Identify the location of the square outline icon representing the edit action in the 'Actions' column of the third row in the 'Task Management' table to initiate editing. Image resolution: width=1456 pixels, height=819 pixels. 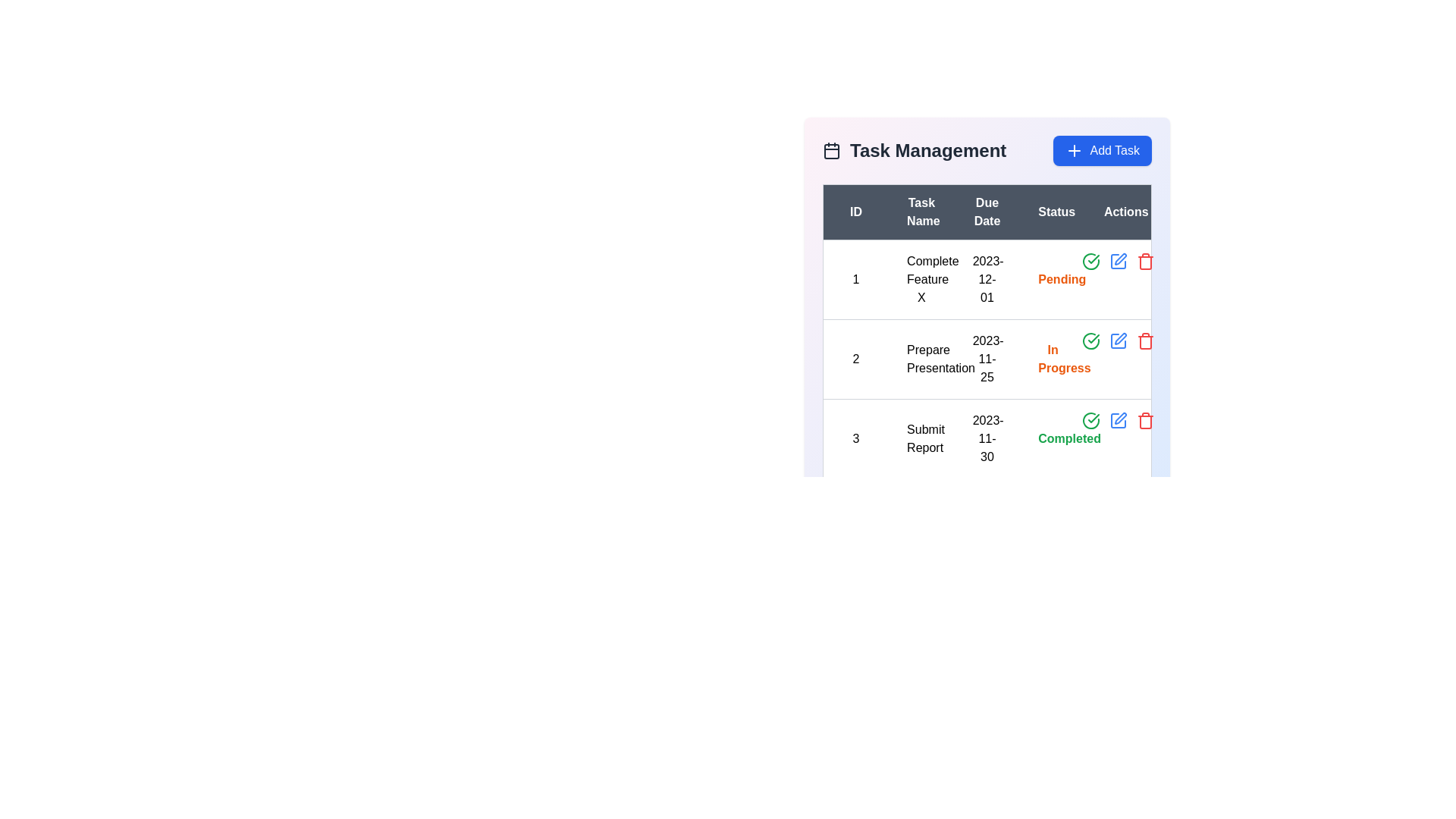
(1117, 341).